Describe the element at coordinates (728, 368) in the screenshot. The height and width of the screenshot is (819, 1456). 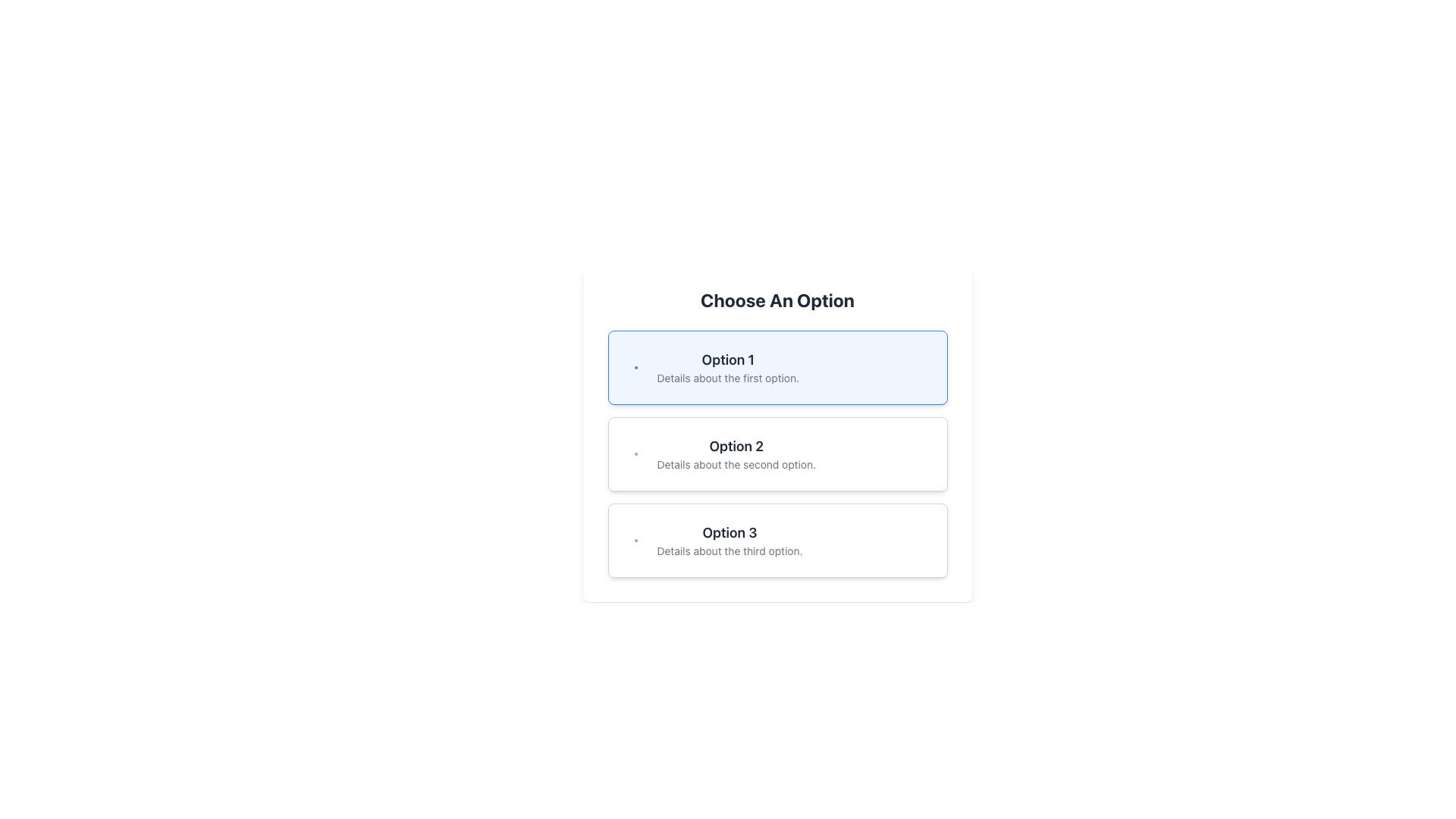
I see `the text display element containing the title 'Option 1' and the descriptive text 'Details about the first option.'` at that location.